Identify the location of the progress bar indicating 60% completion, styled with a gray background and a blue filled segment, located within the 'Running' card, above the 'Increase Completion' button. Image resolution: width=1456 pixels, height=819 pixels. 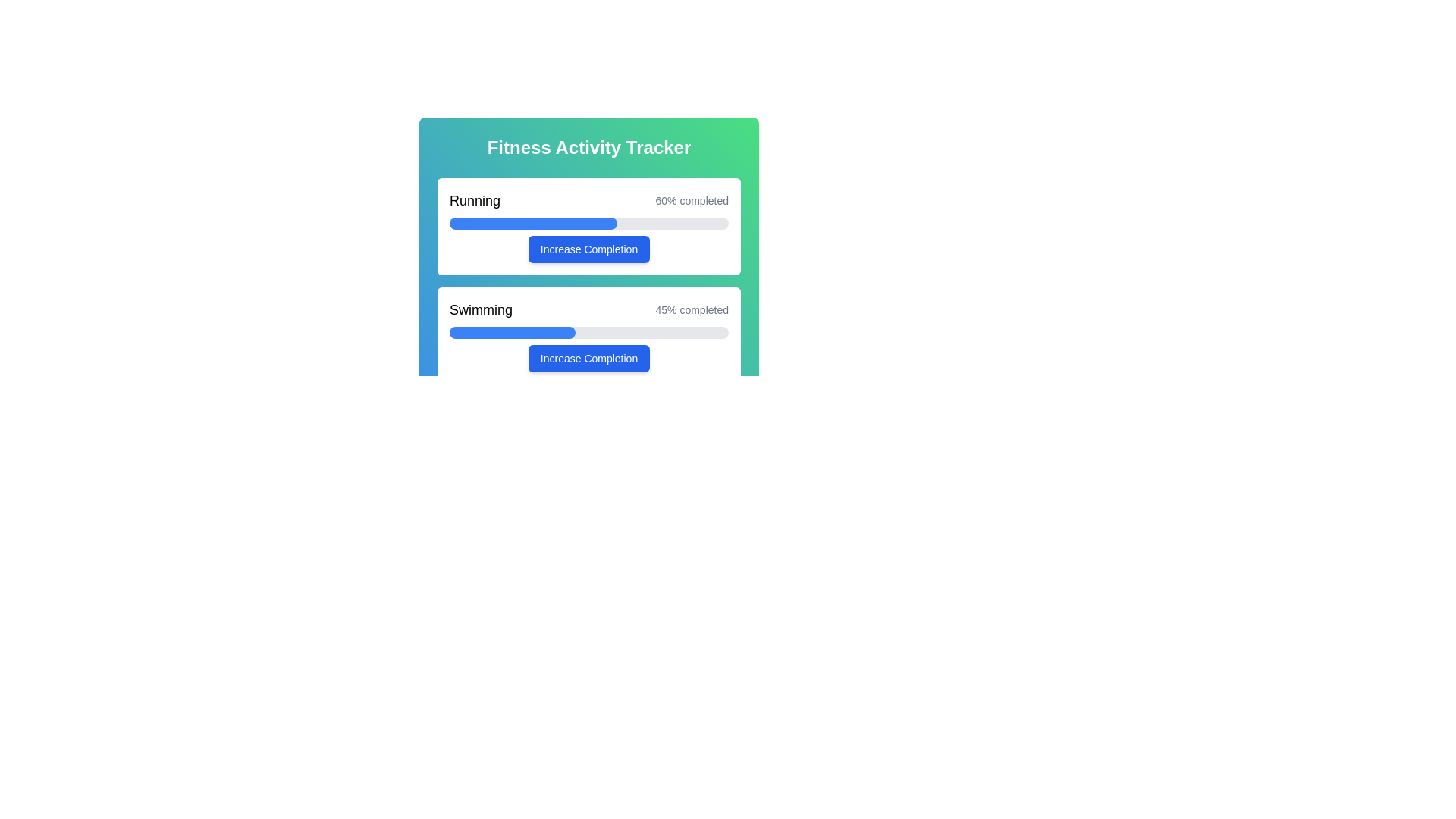
(588, 223).